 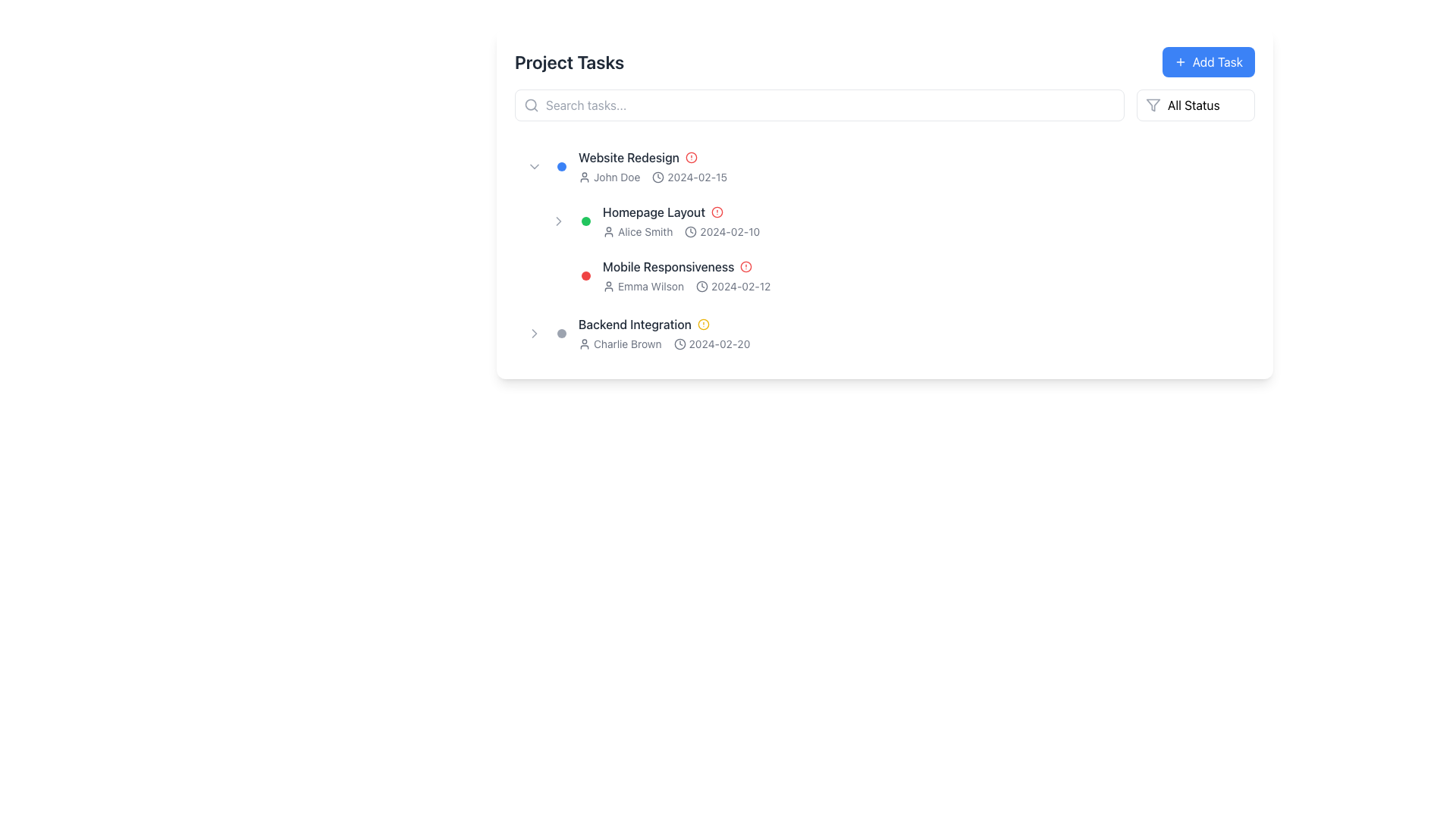 I want to click on the Text Label displaying the due date of the task 'Homepage Layout', which is located next to Alice Smith's name, so click(x=721, y=231).